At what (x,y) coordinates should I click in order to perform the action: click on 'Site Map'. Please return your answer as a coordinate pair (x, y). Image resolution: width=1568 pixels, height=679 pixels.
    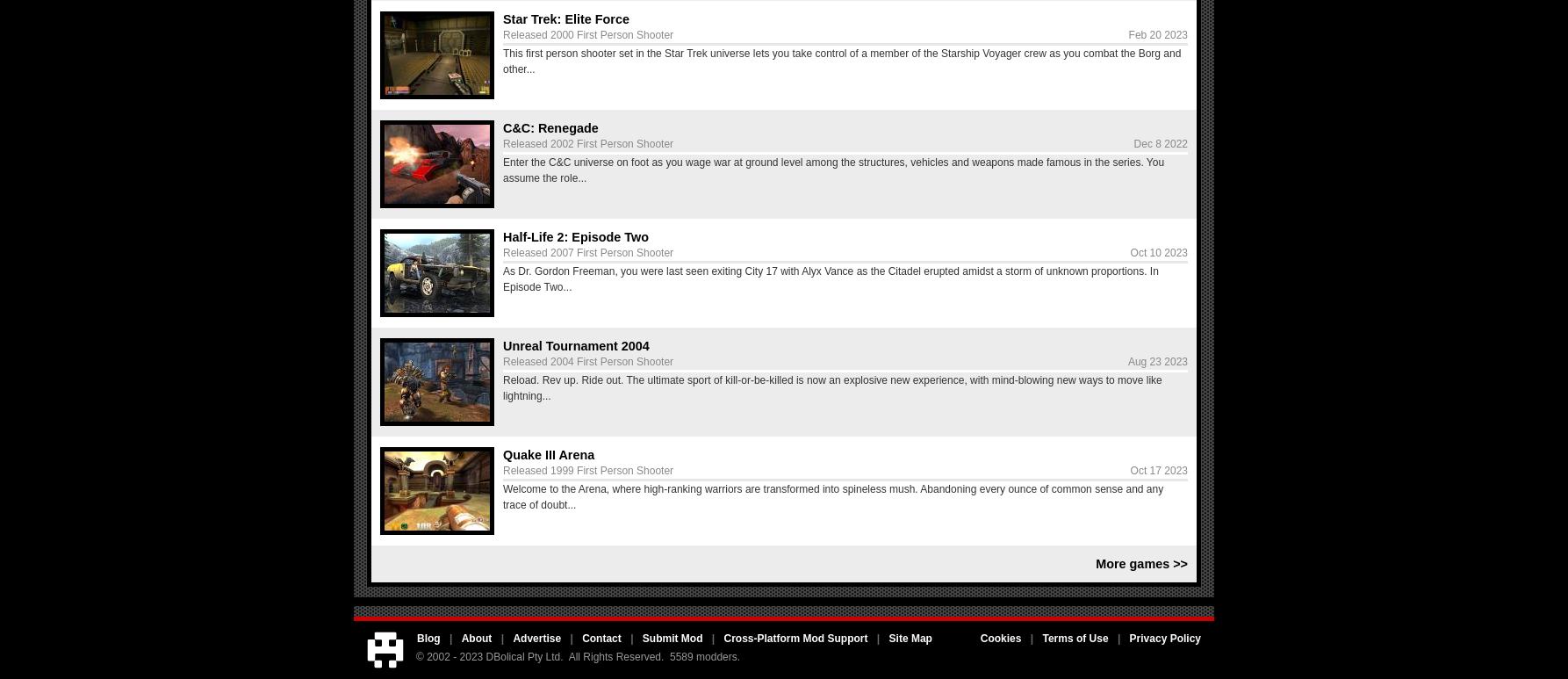
    Looking at the image, I should click on (910, 639).